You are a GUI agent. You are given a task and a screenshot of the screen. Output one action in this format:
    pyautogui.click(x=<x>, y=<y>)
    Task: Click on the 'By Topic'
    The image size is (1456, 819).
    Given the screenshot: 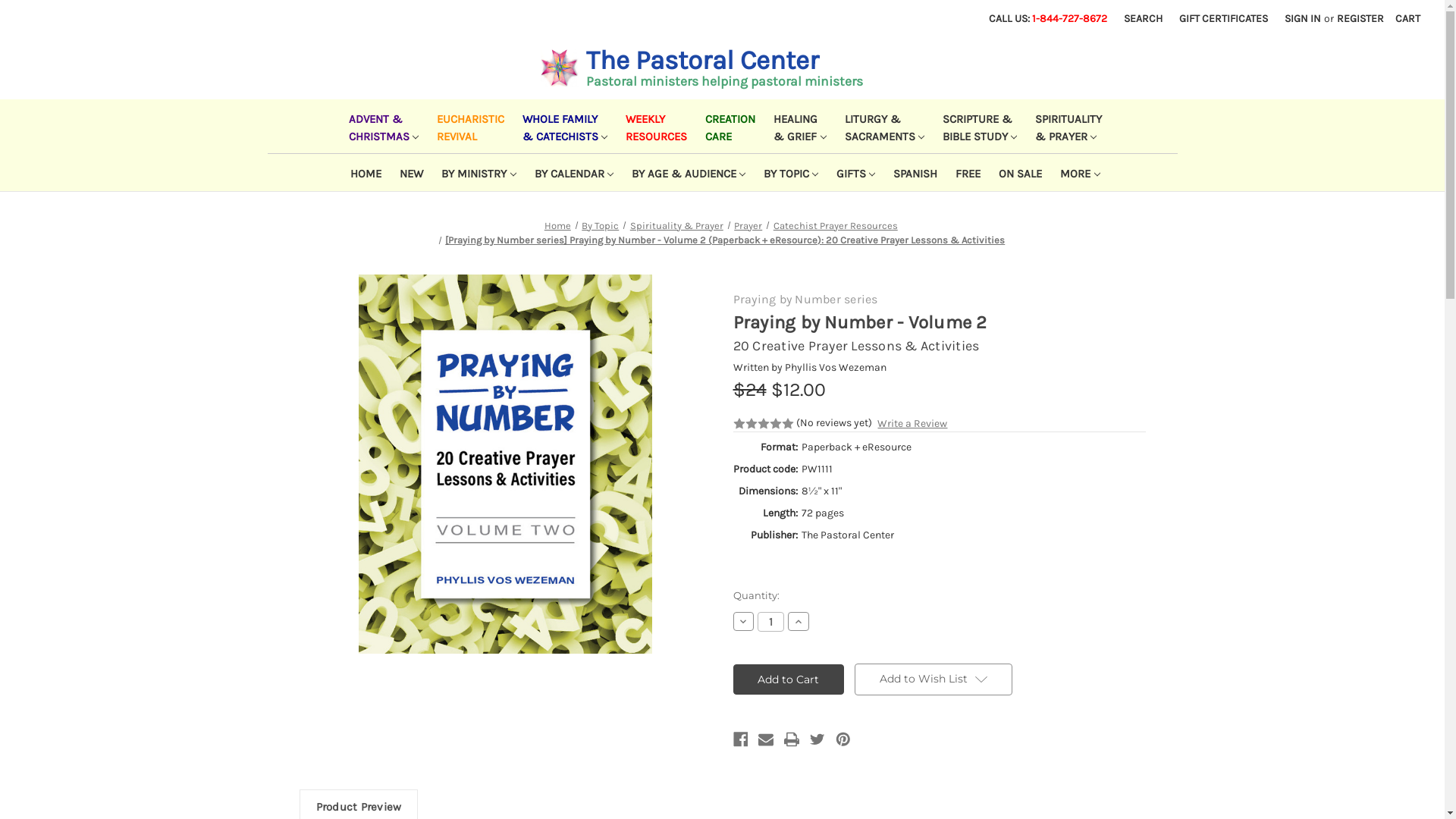 What is the action you would take?
    pyautogui.click(x=599, y=225)
    